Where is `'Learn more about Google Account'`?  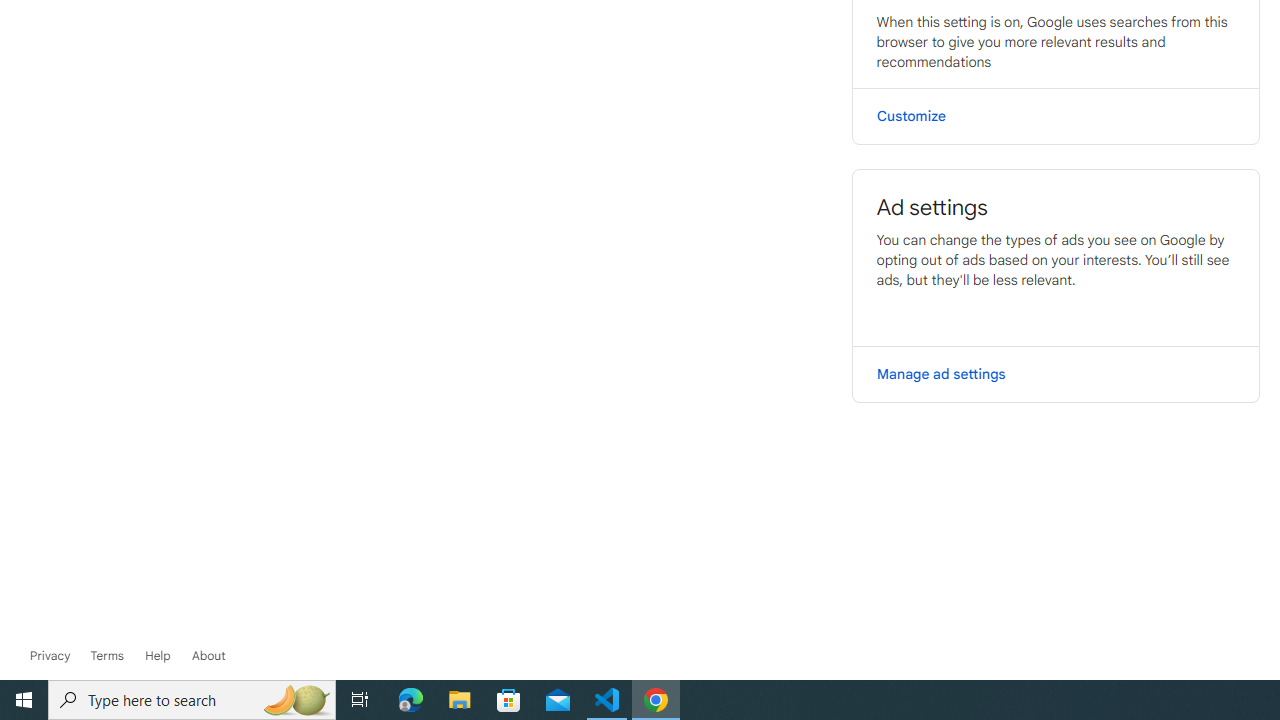
'Learn more about Google Account' is located at coordinates (208, 655).